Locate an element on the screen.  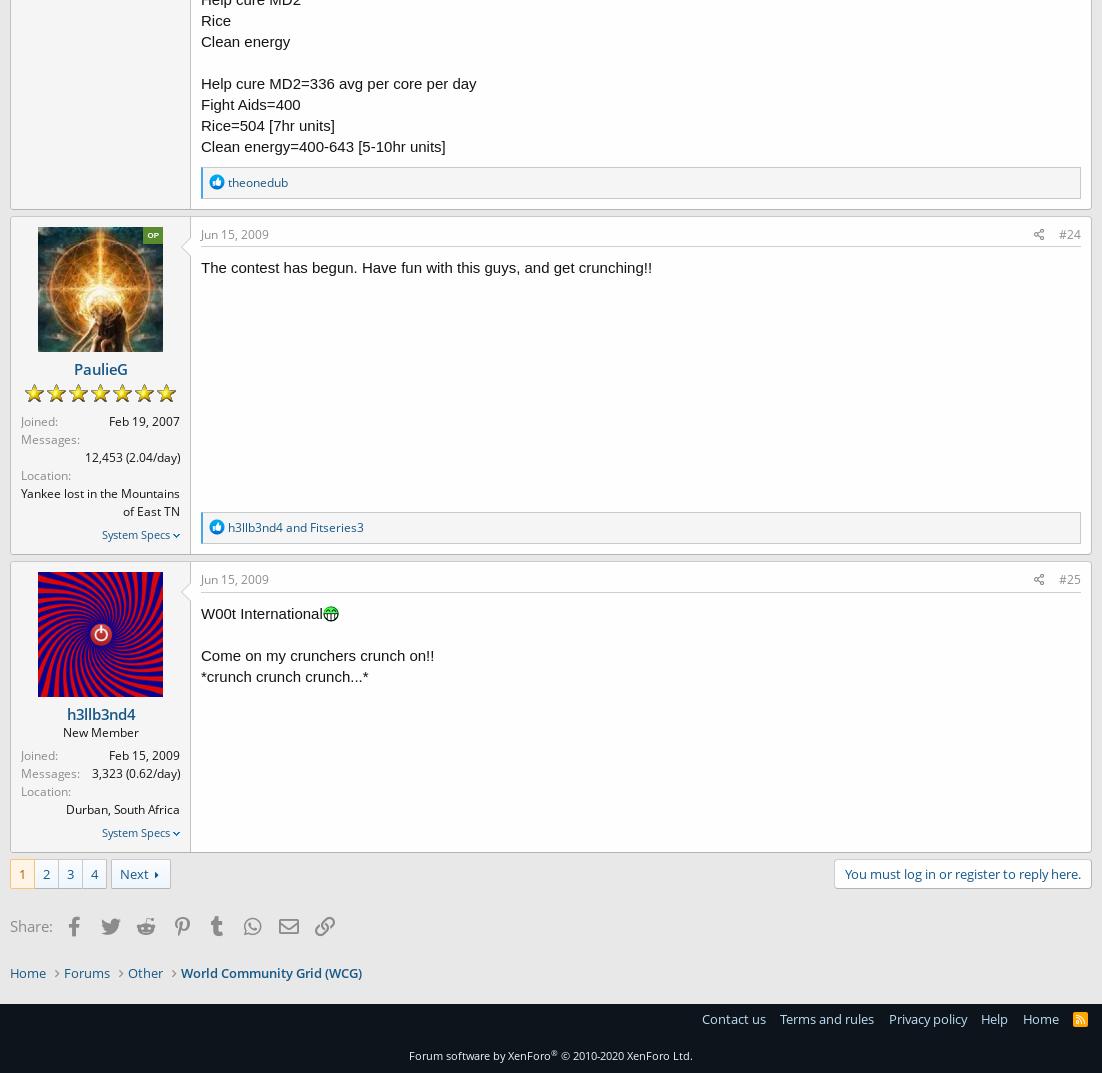
'Clean energy' is located at coordinates (244, 39).